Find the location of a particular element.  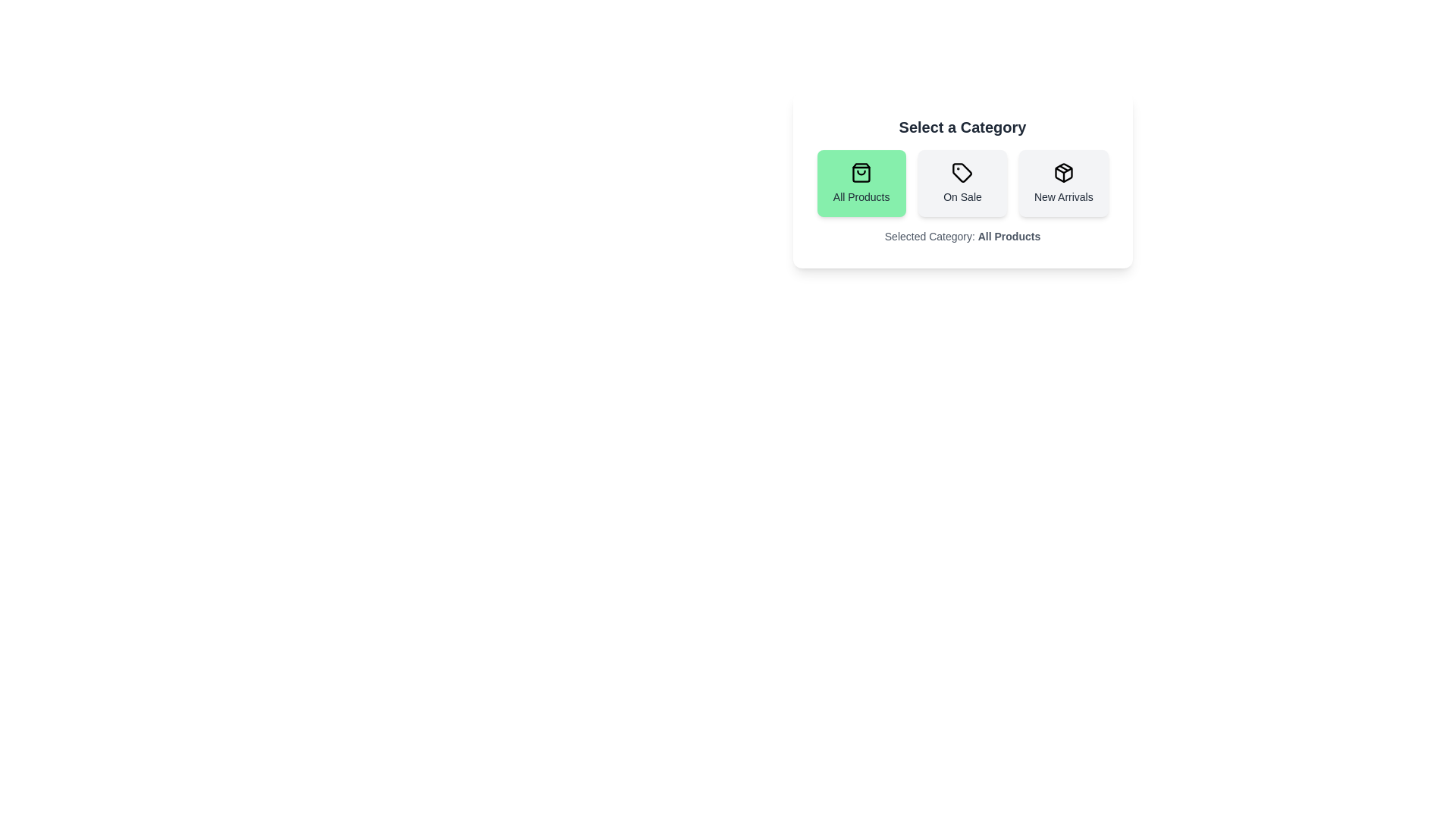

the category button labeled On Sale is located at coordinates (962, 183).